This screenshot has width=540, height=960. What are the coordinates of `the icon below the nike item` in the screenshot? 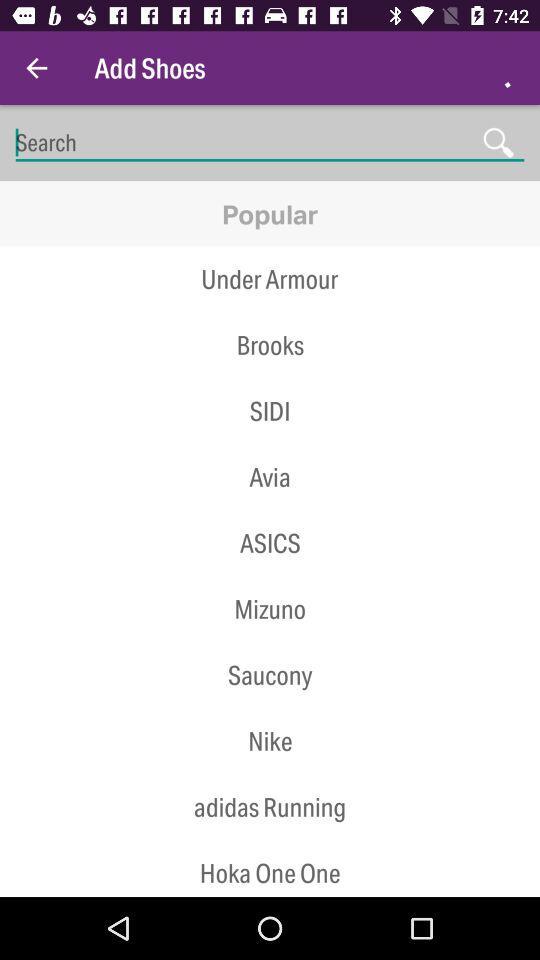 It's located at (270, 807).